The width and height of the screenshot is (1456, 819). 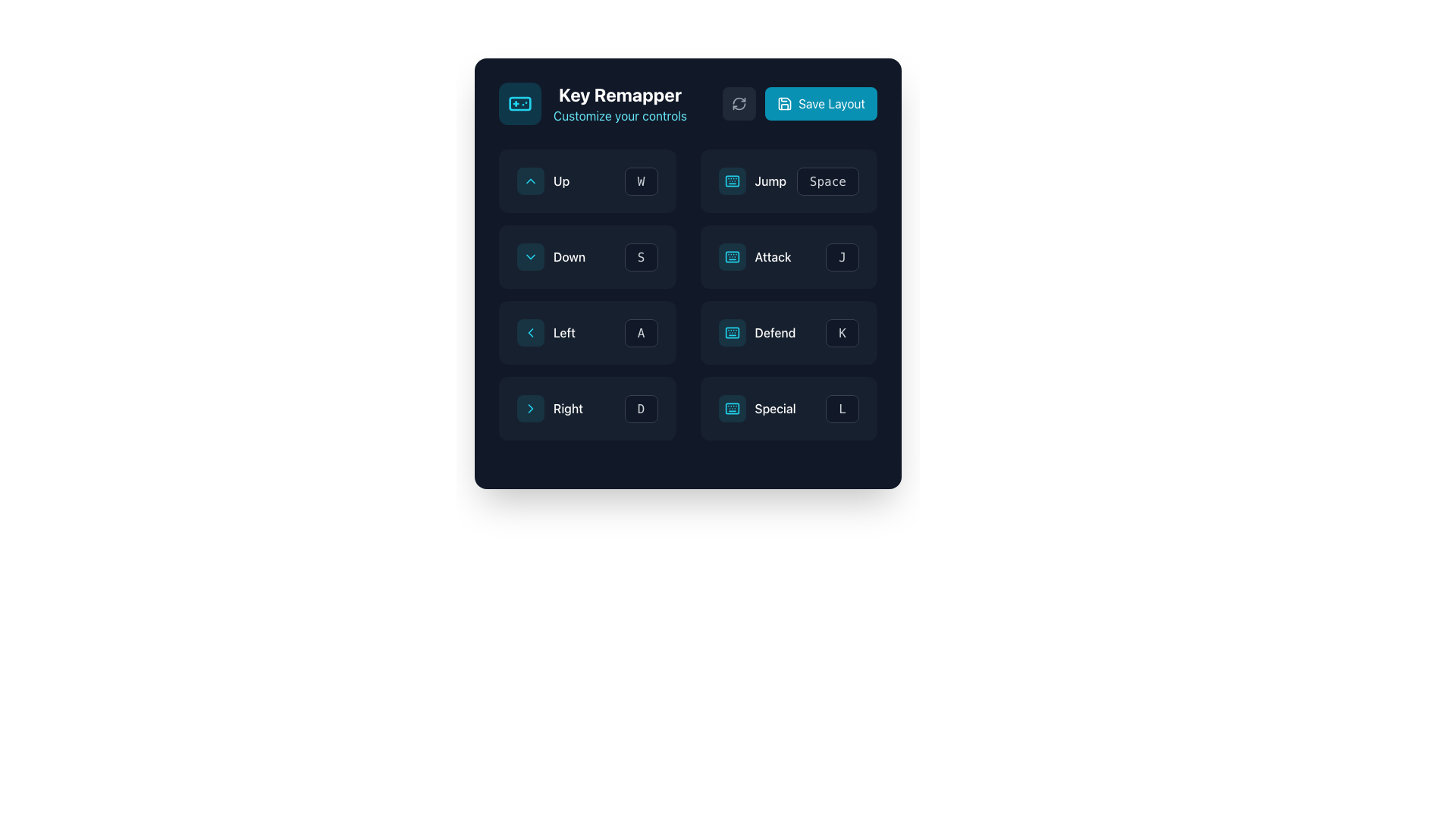 I want to click on text of the Header element that includes a cyan gamepad icon and the texts 'Key Remapper' and 'Customize your controls', so click(x=592, y=103).